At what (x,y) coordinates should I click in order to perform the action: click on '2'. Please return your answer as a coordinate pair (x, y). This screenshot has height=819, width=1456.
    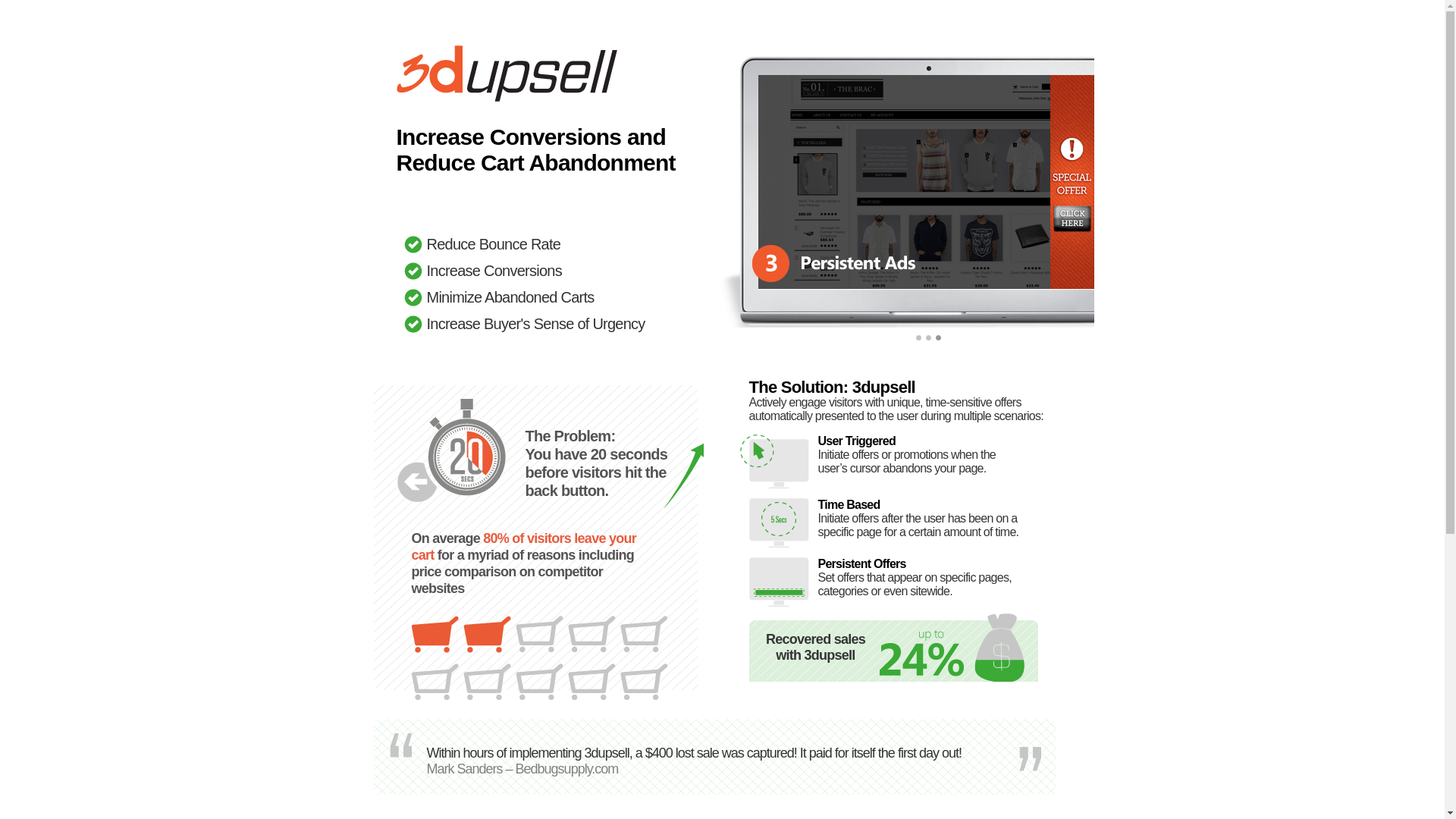
    Looking at the image, I should click on (927, 342).